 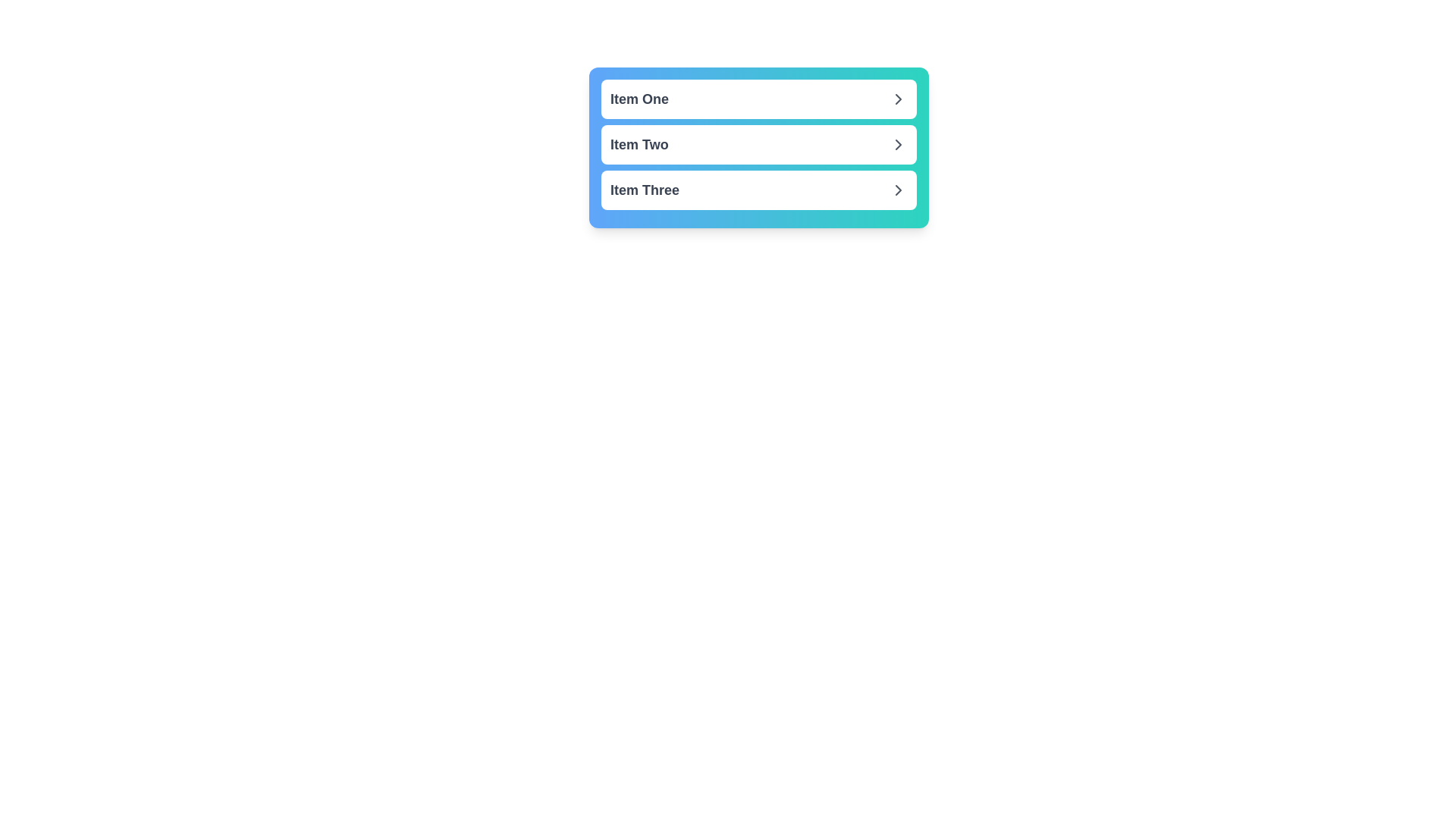 What do you see at coordinates (899, 189) in the screenshot?
I see `the right-pointing chevron icon located in the far-right portion of the blue-green gradient box within the third list item labeled 'Item Three'` at bounding box center [899, 189].